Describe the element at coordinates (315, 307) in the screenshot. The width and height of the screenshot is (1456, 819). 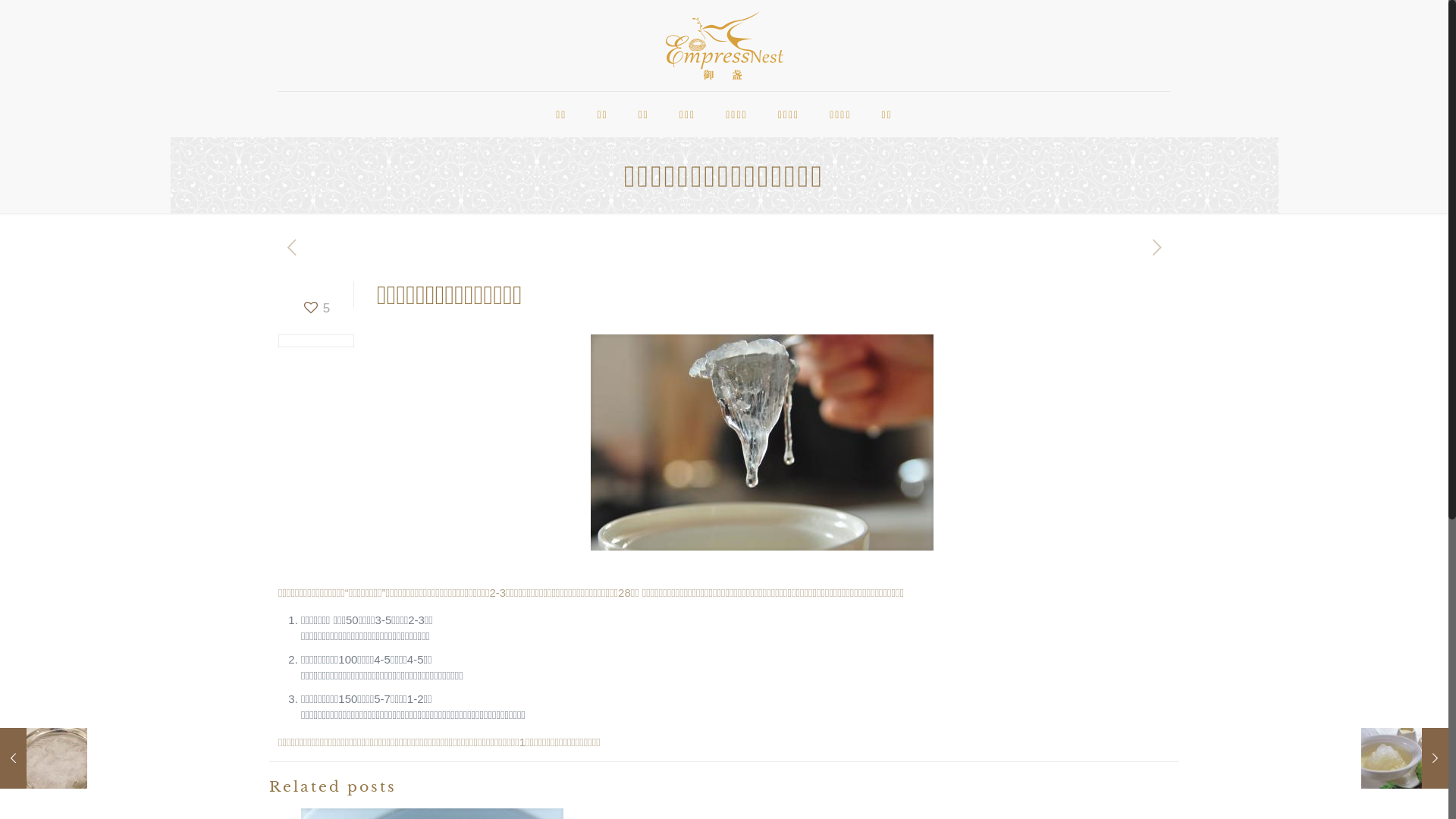
I see `'5'` at that location.